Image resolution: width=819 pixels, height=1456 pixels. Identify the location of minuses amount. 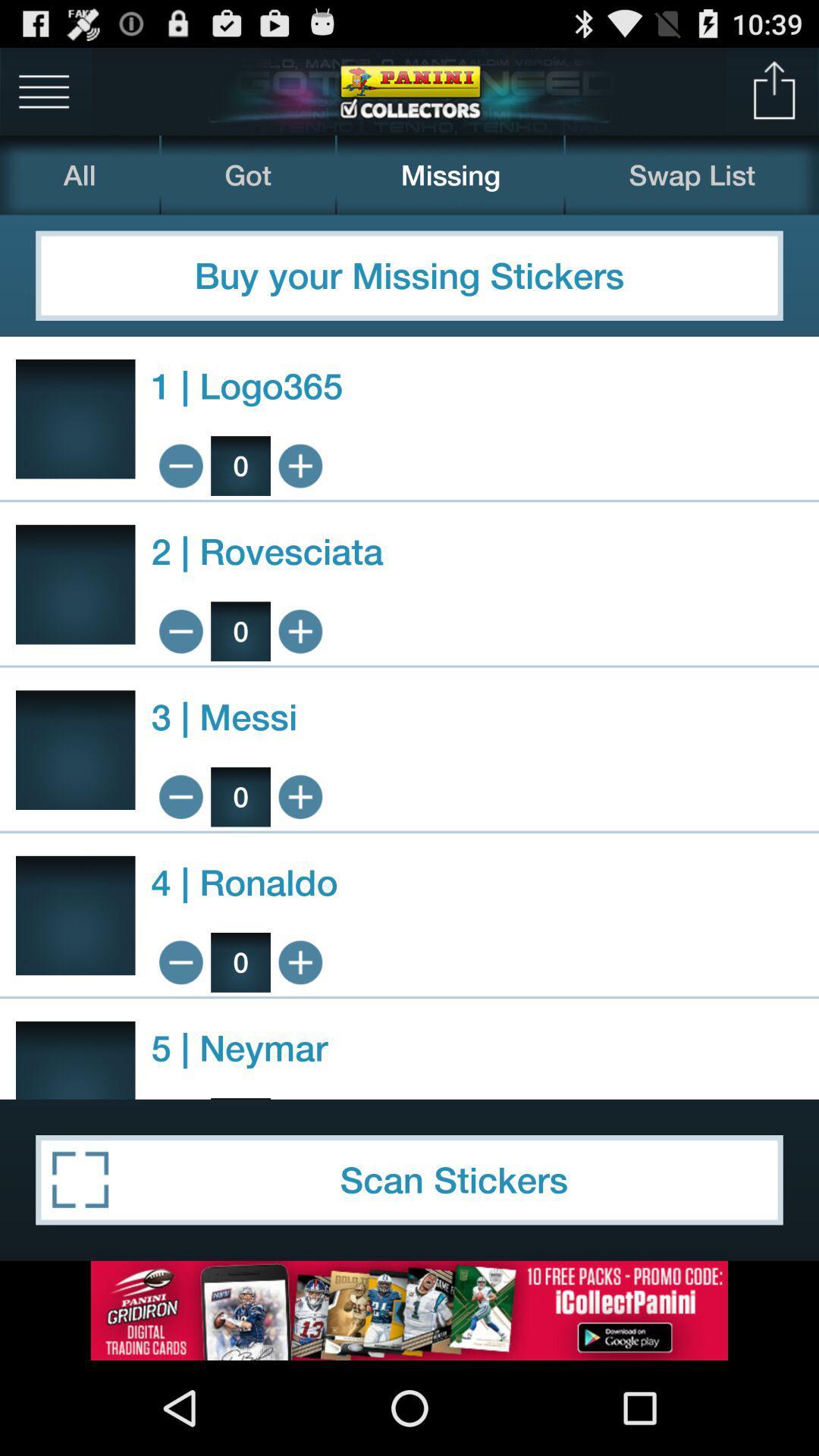
(180, 631).